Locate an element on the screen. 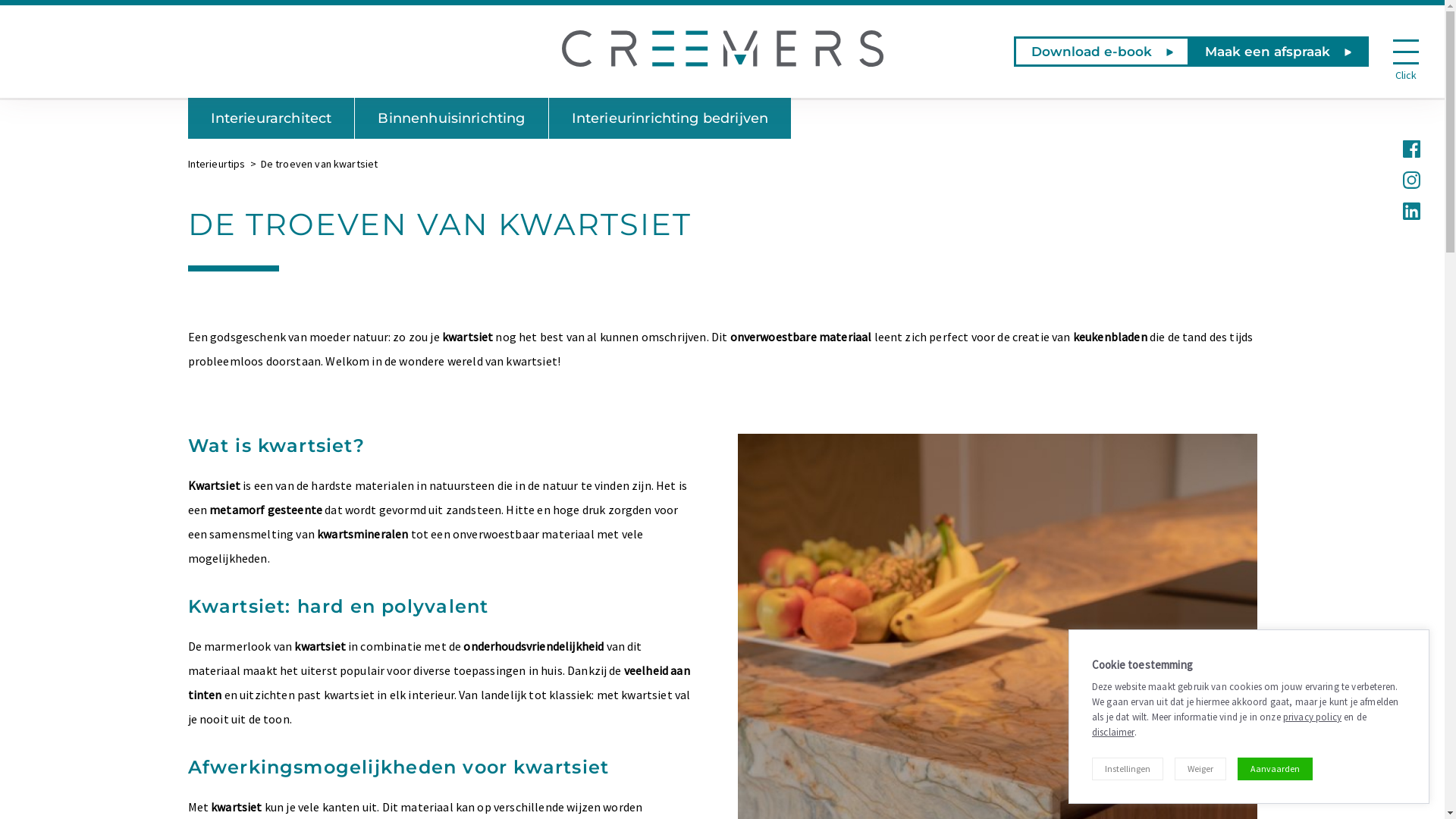 This screenshot has width=1456, height=819. 'facebook' is located at coordinates (1409, 147).